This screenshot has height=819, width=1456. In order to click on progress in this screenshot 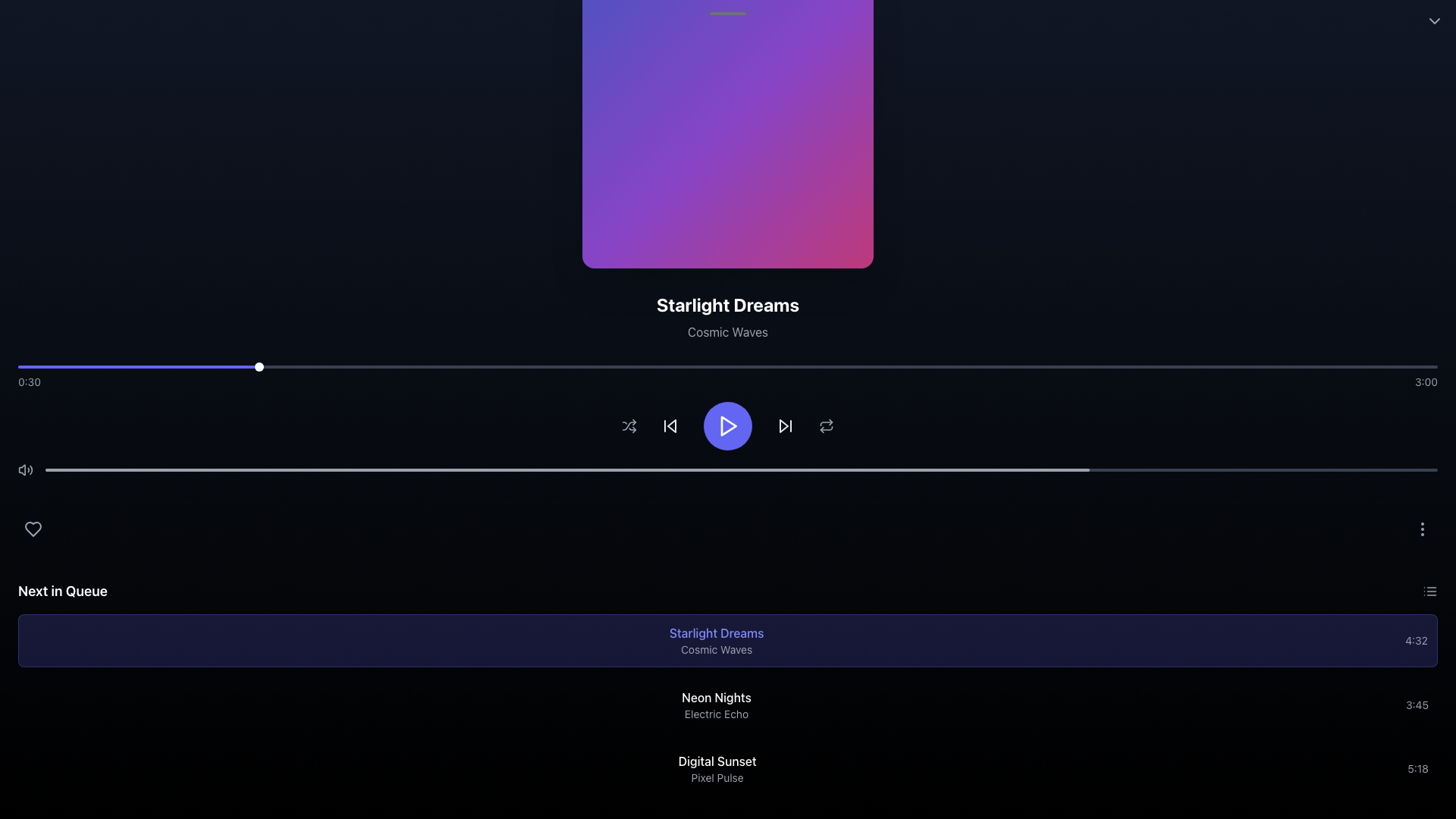, I will do `click(227, 366)`.